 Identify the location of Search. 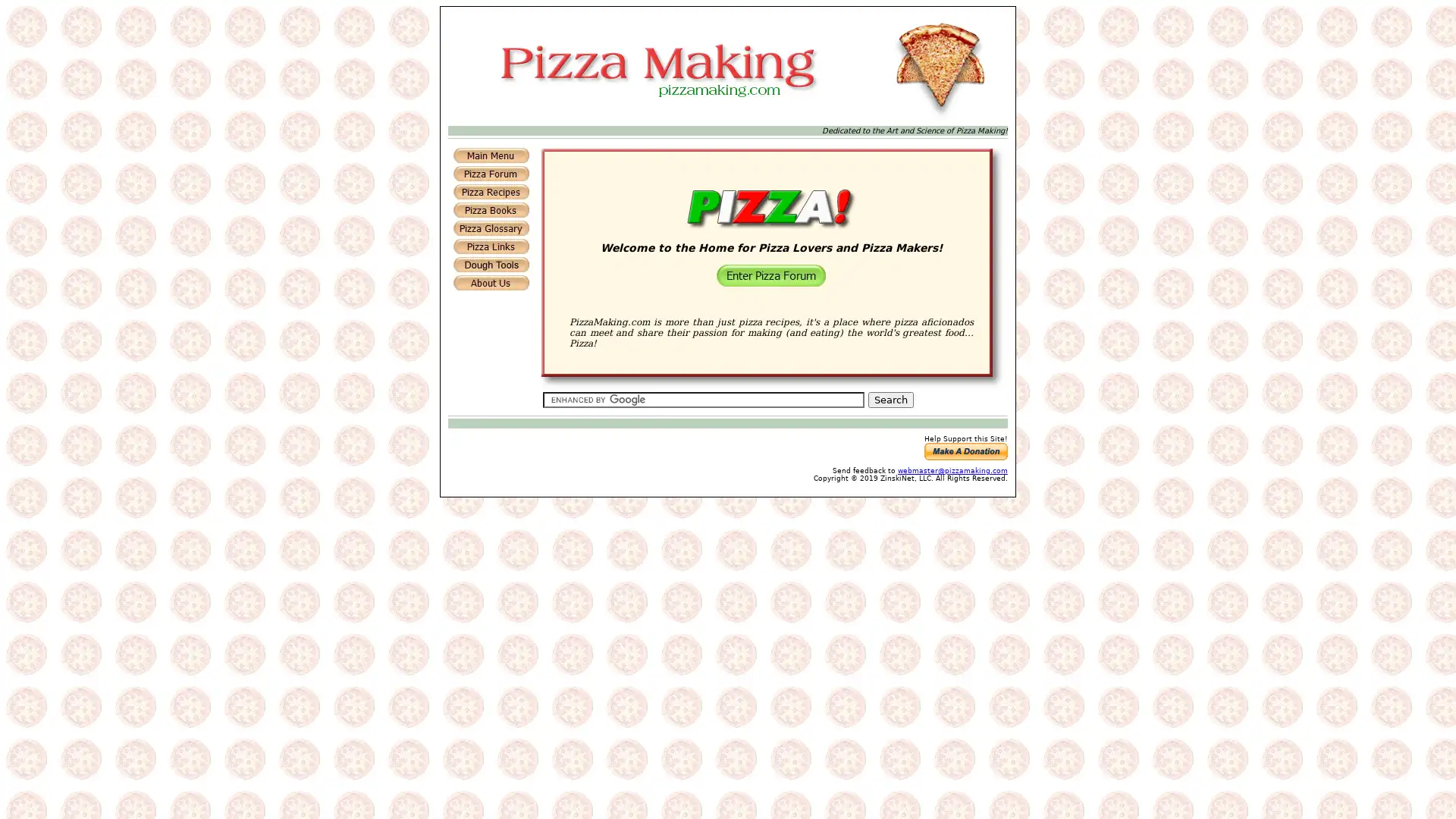
(890, 399).